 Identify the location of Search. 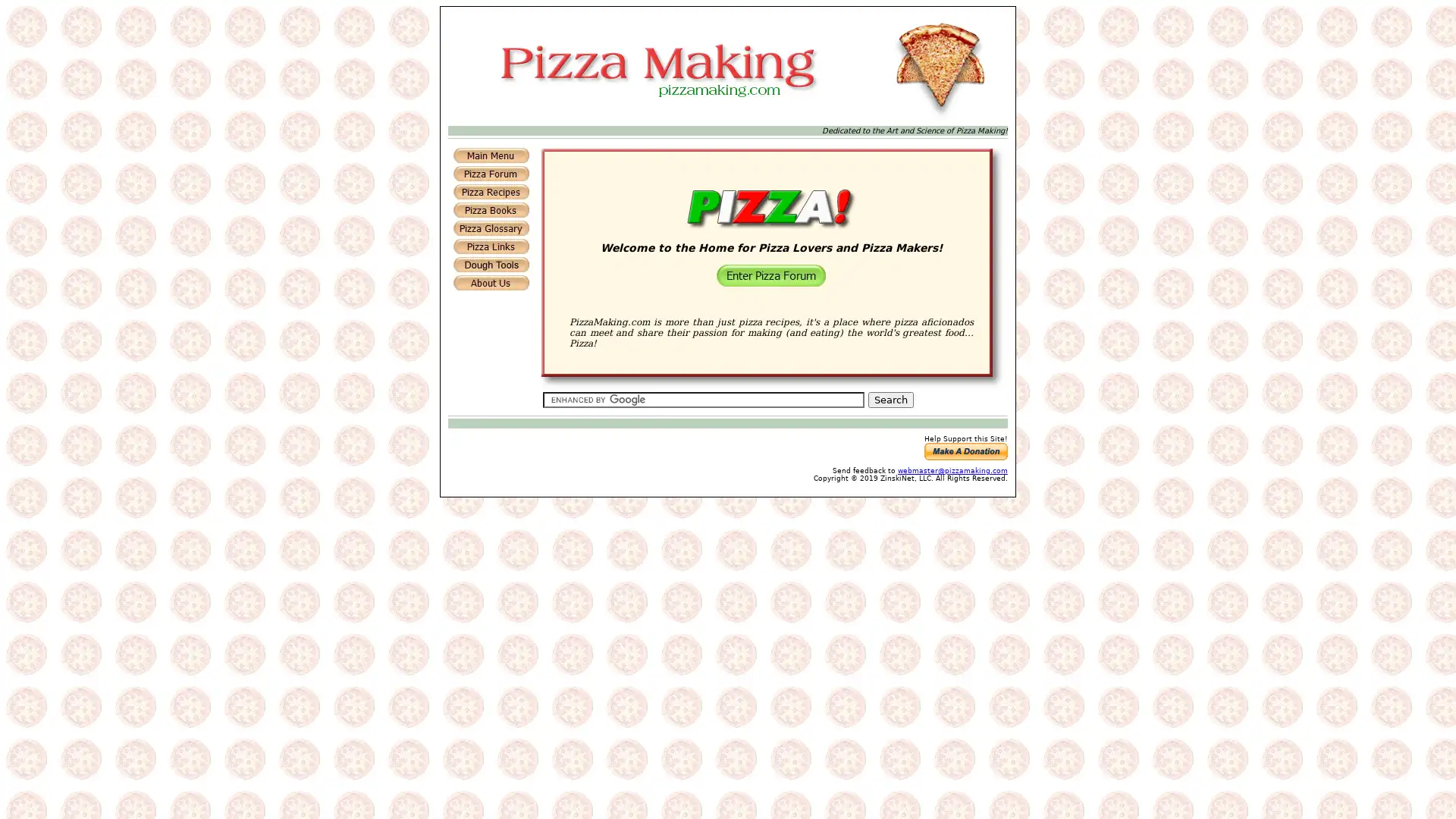
(890, 399).